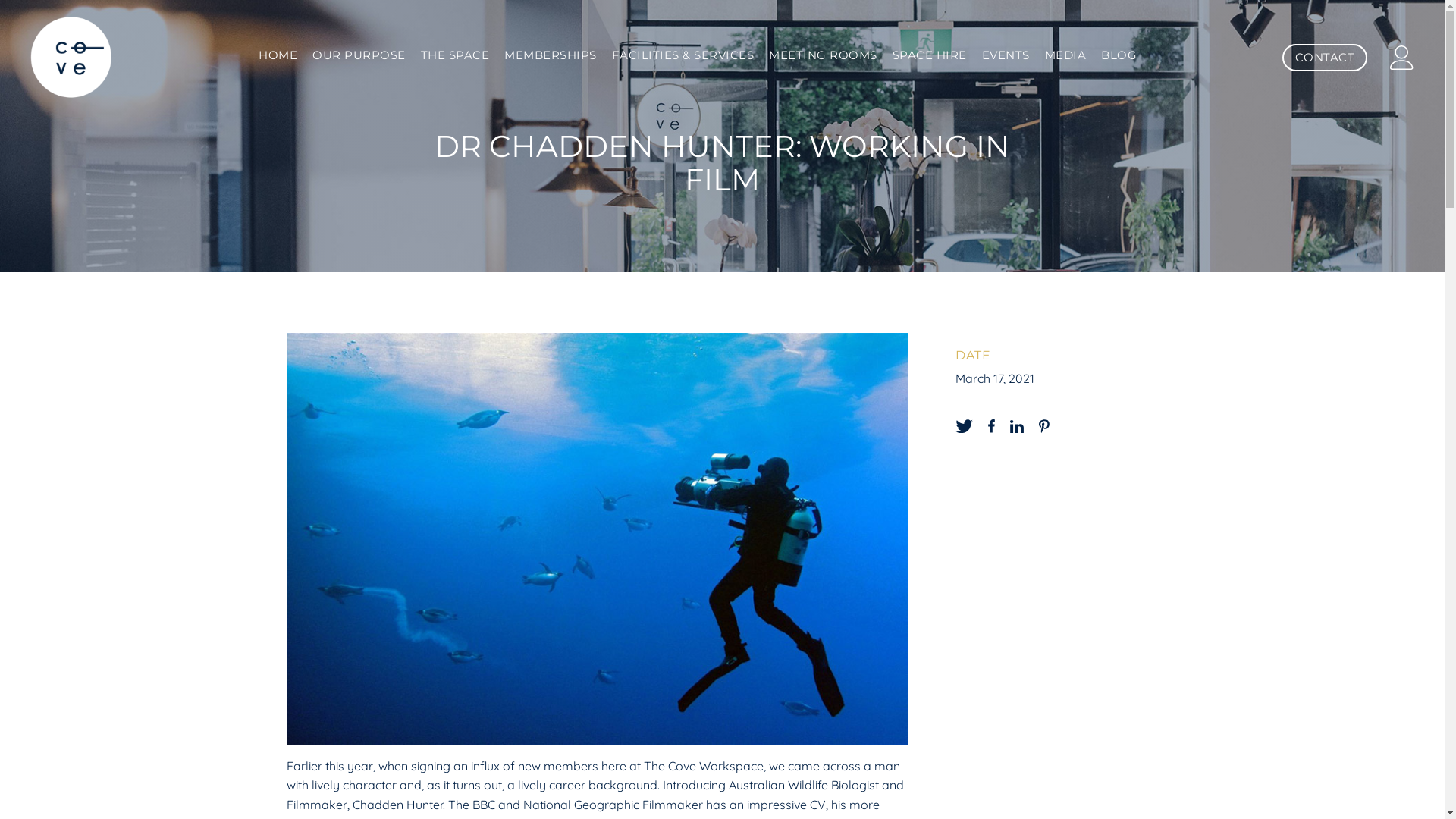 The width and height of the screenshot is (1456, 819). Describe the element at coordinates (549, 55) in the screenshot. I see `'MEMBERSHIPS'` at that location.